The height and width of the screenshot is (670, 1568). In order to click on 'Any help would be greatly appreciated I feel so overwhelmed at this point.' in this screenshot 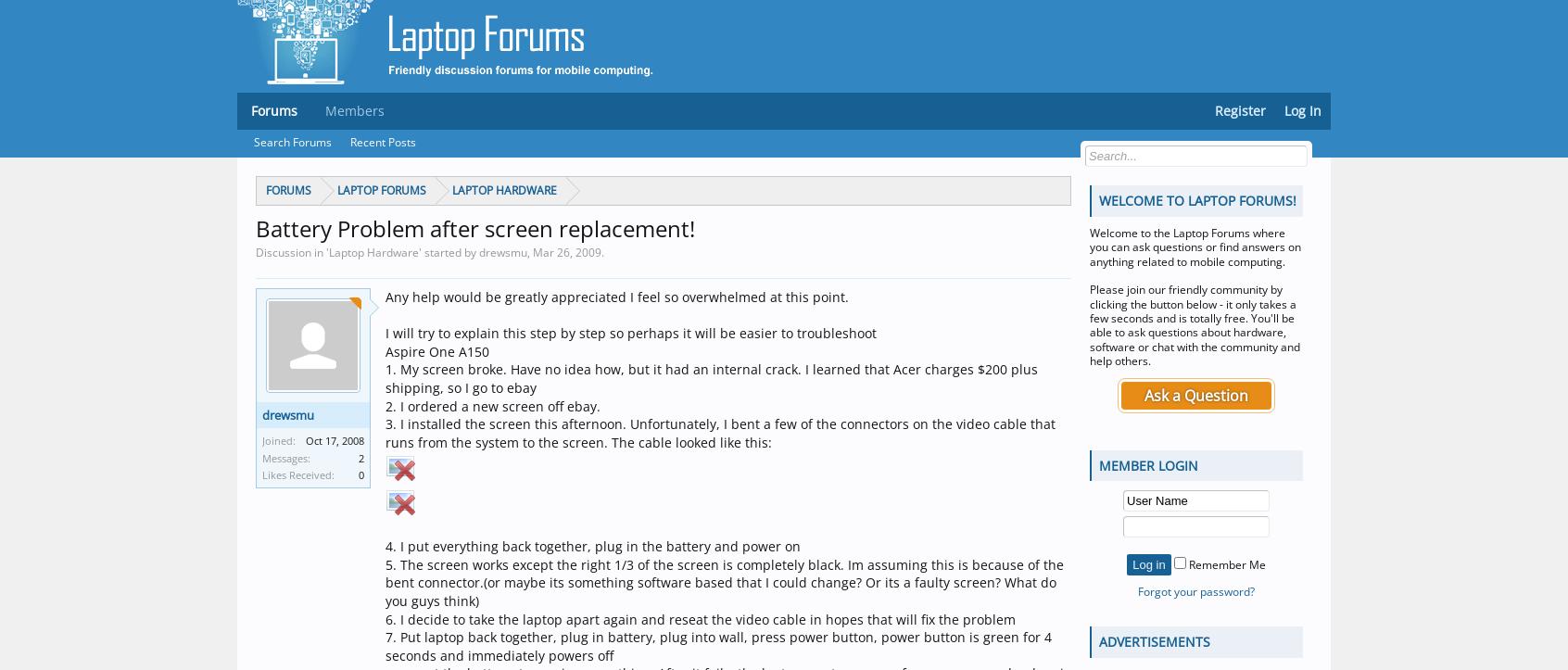, I will do `click(616, 297)`.